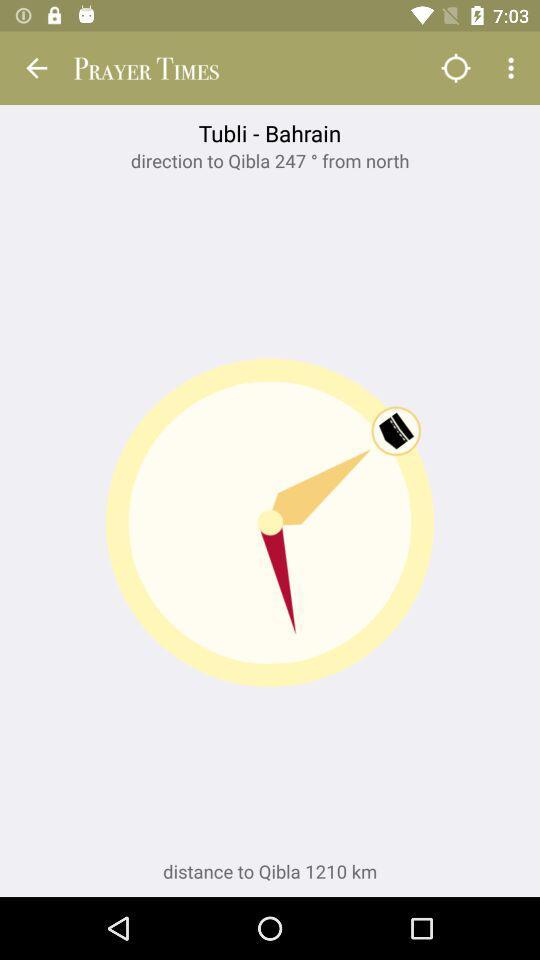  Describe the element at coordinates (455, 68) in the screenshot. I see `app above tubli - bahrain app` at that location.